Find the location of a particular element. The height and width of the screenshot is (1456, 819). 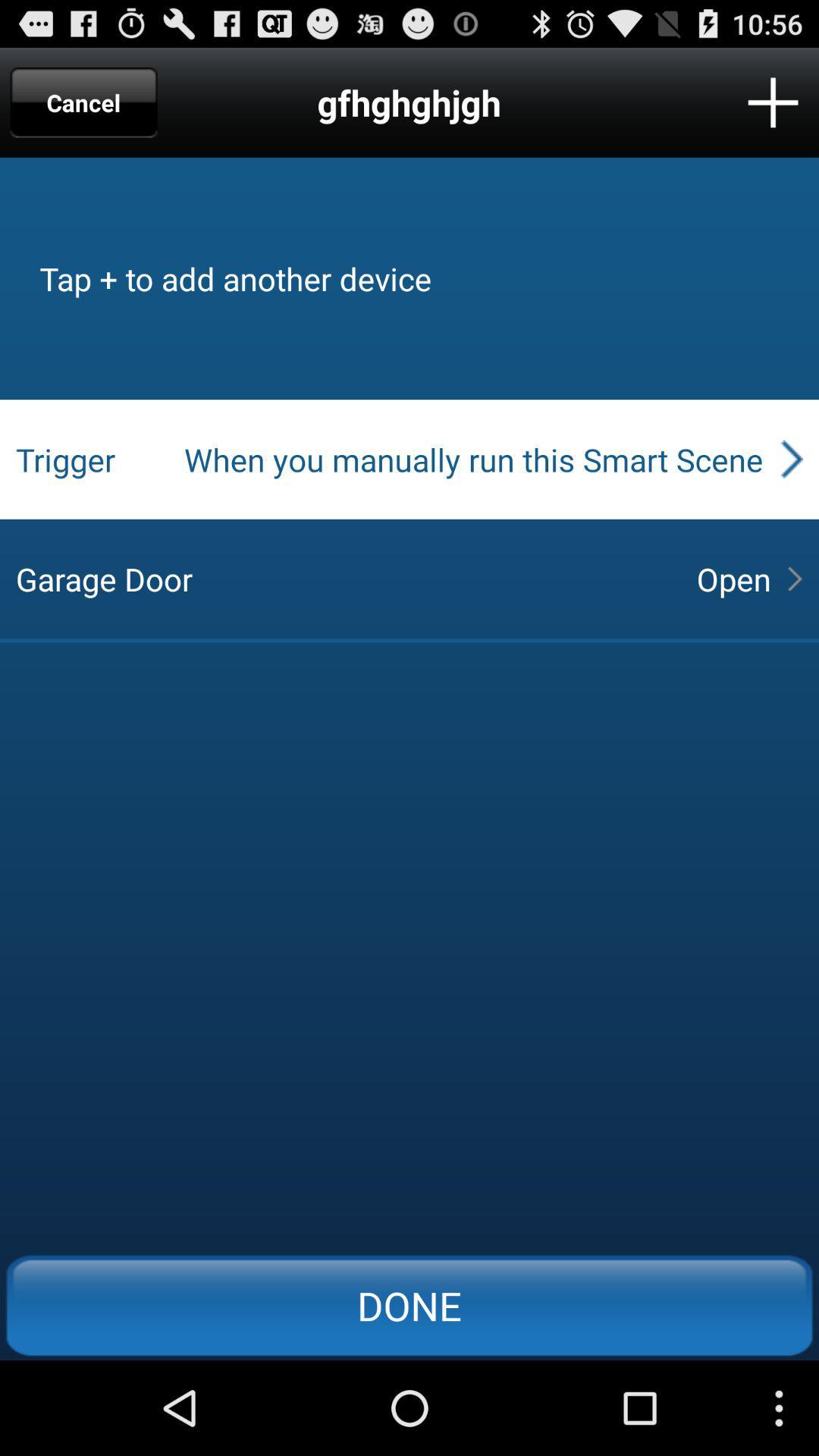

item to the left of the gfhghghjgh app is located at coordinates (83, 102).